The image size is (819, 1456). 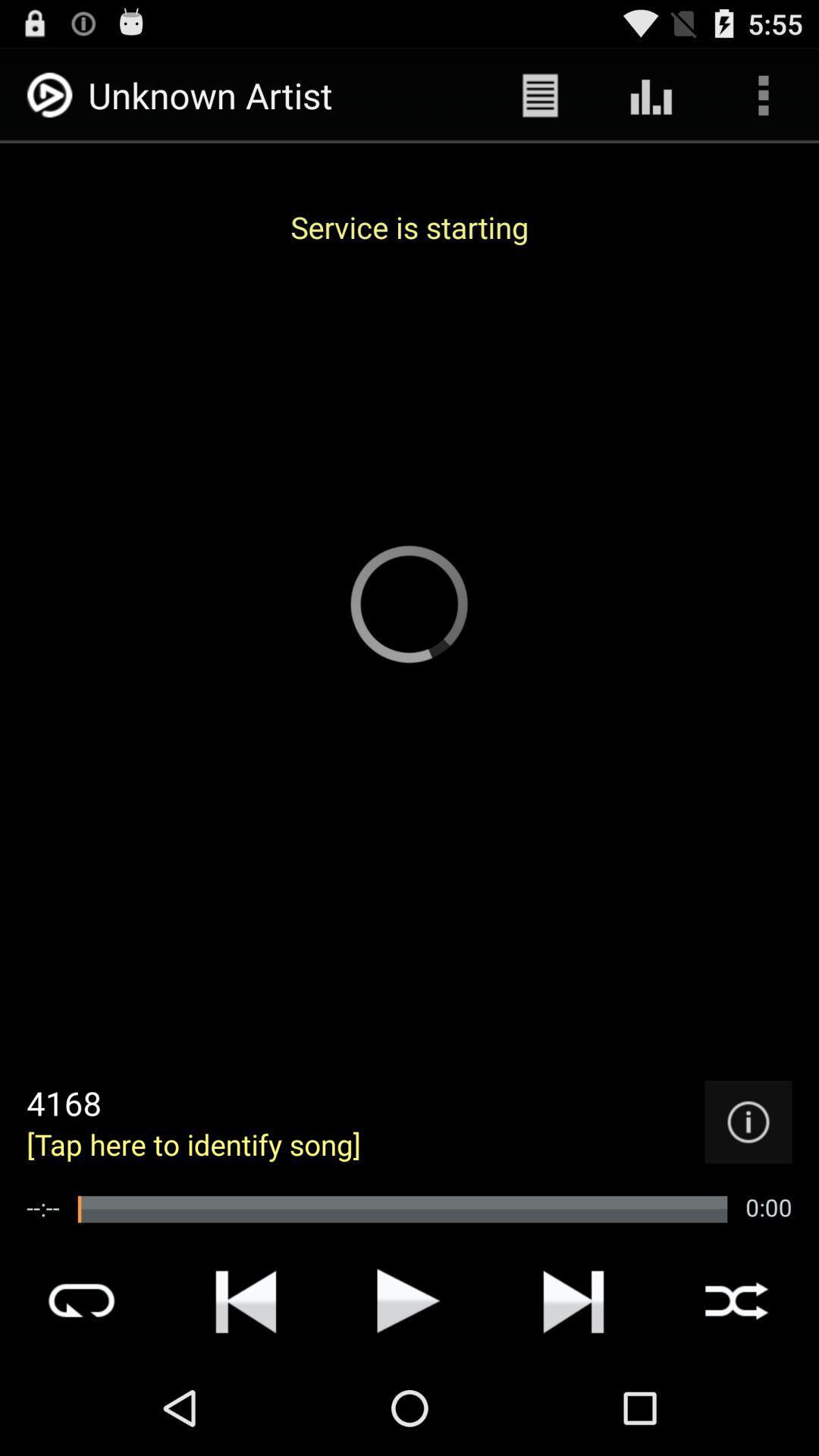 I want to click on the skip_previous icon, so click(x=245, y=1392).